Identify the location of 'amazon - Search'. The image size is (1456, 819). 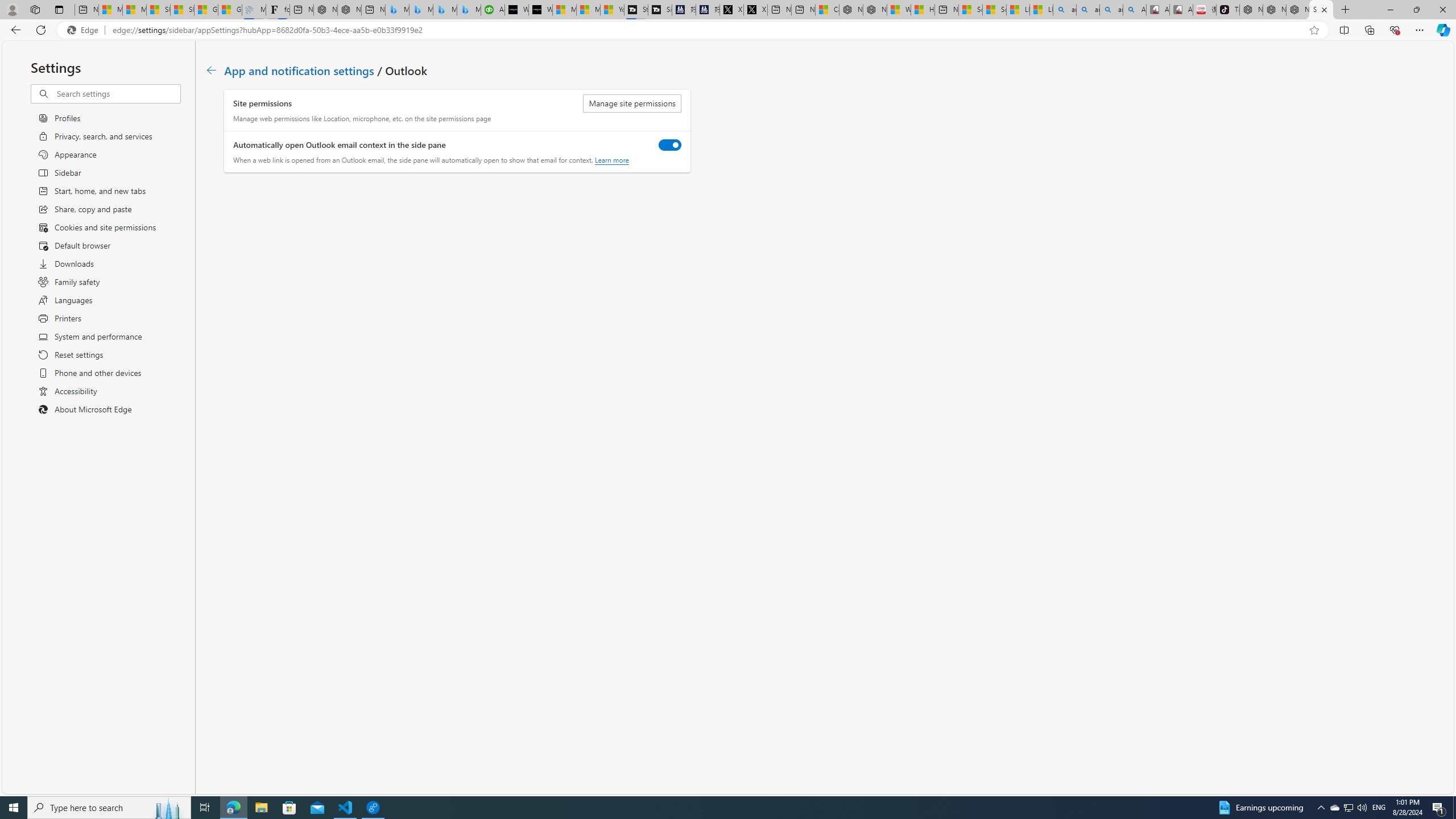
(1087, 9).